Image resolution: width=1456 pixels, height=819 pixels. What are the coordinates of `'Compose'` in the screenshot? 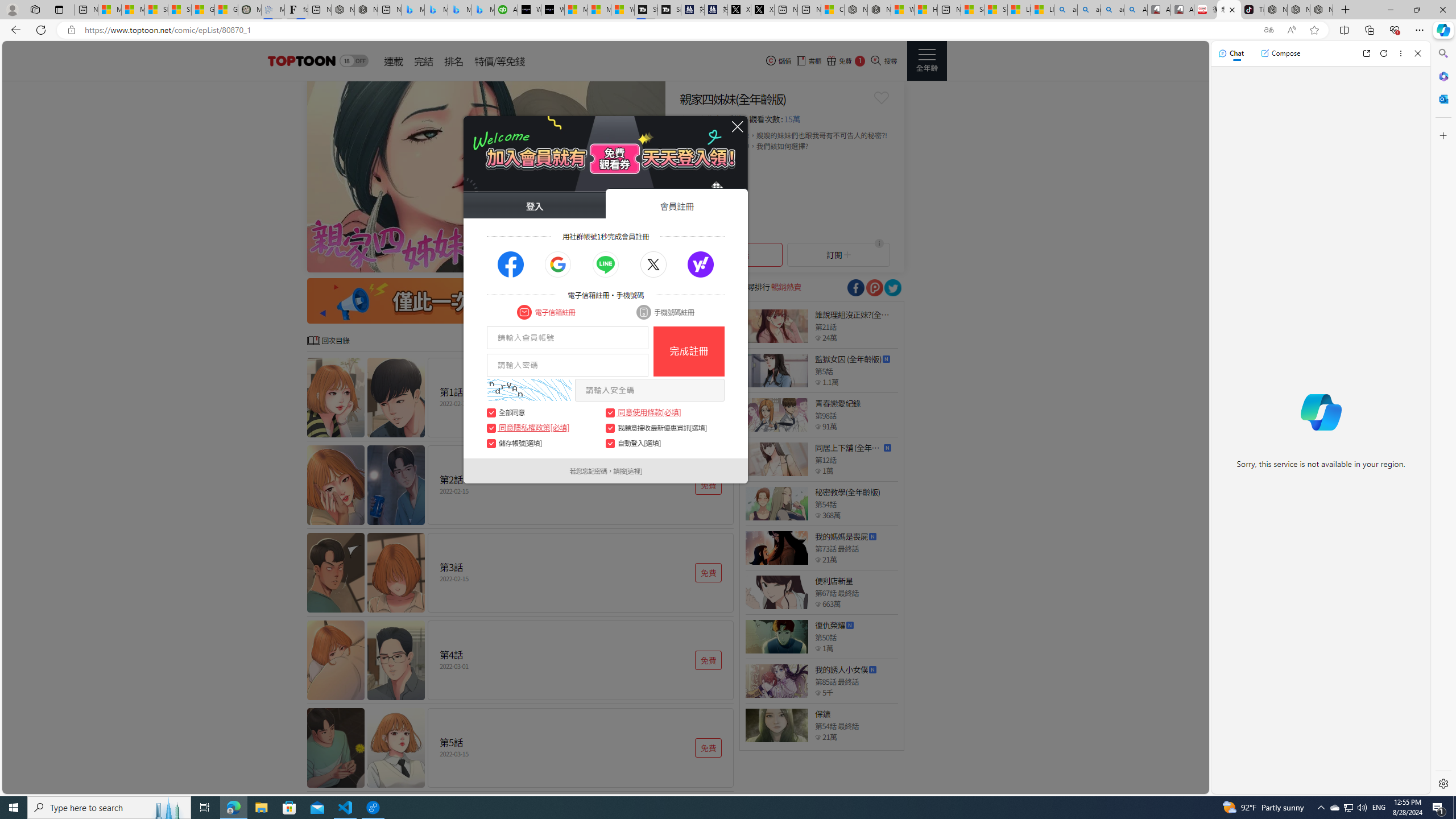 It's located at (1280, 52).